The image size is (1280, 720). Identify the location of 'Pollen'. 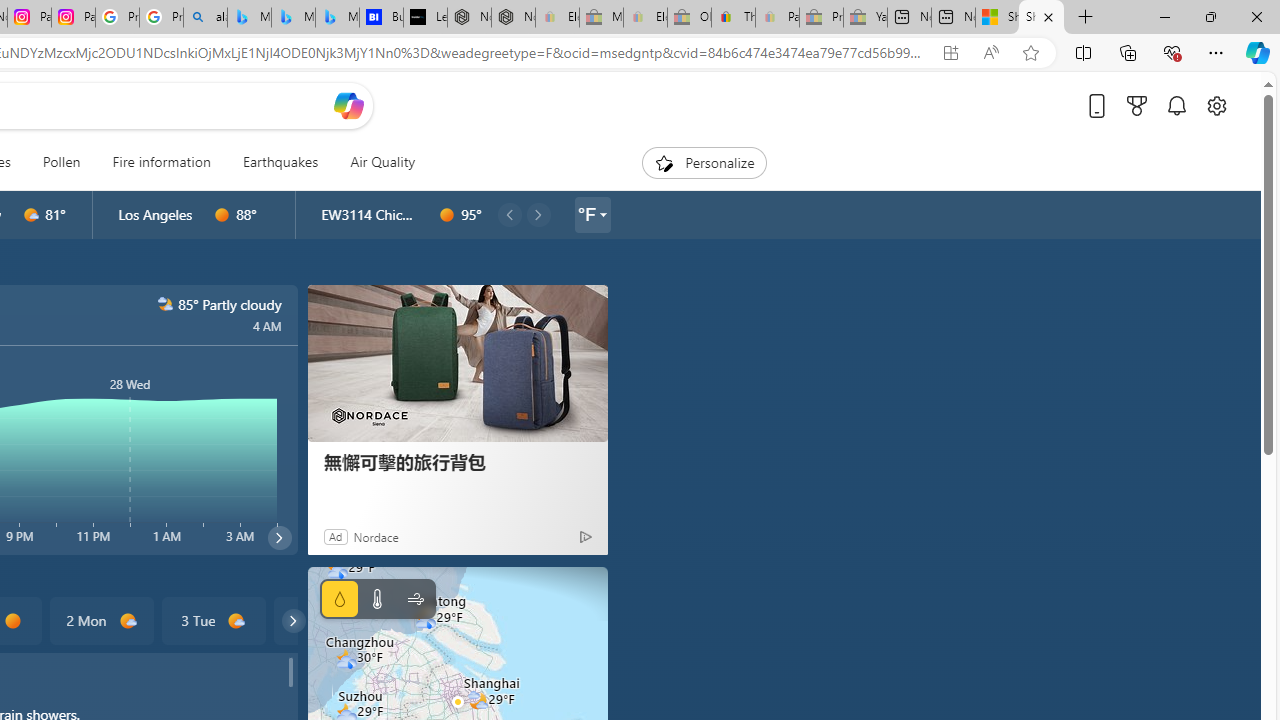
(61, 162).